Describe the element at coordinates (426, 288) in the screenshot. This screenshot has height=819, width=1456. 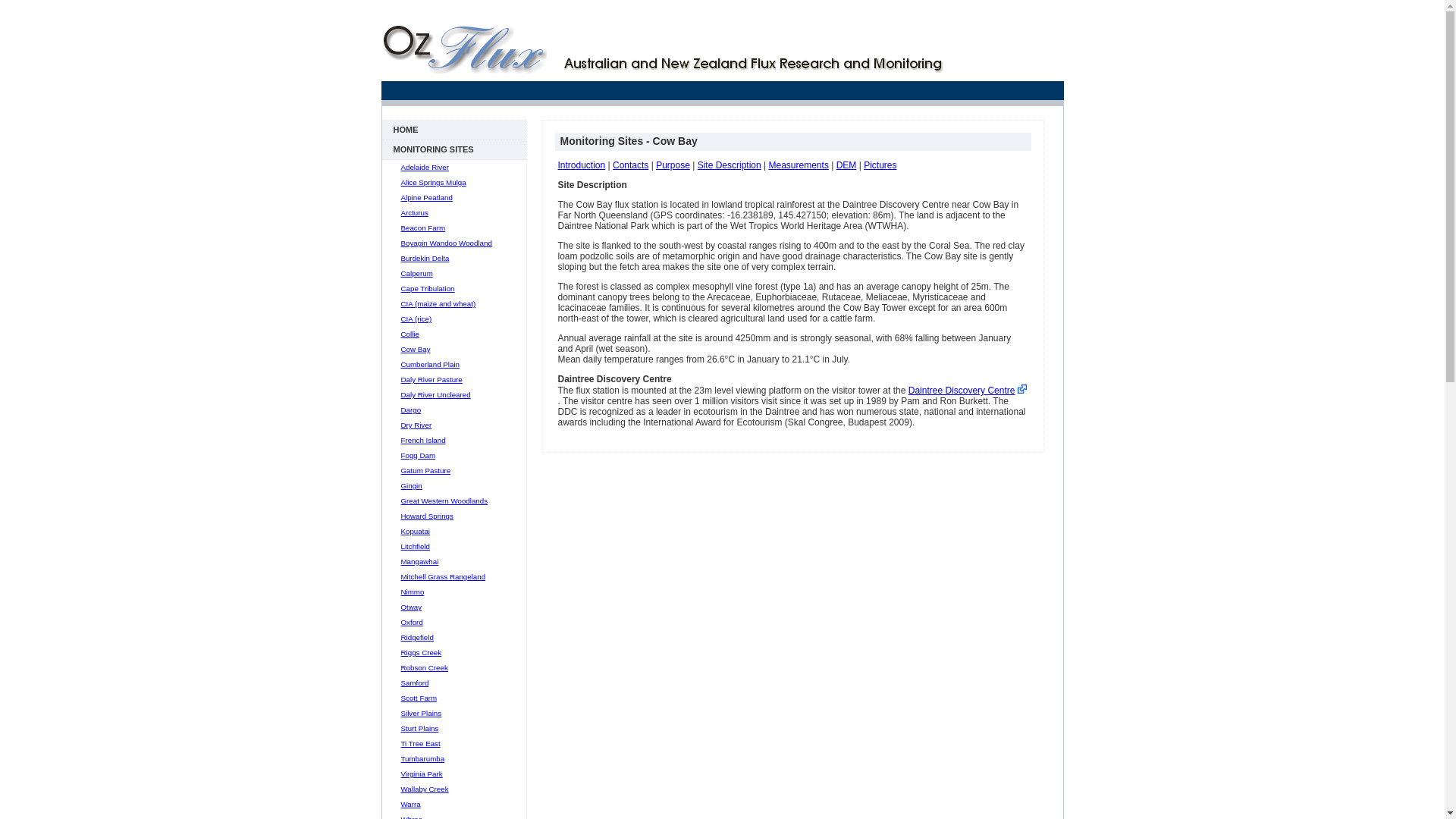
I see `'Cape Tribulation'` at that location.